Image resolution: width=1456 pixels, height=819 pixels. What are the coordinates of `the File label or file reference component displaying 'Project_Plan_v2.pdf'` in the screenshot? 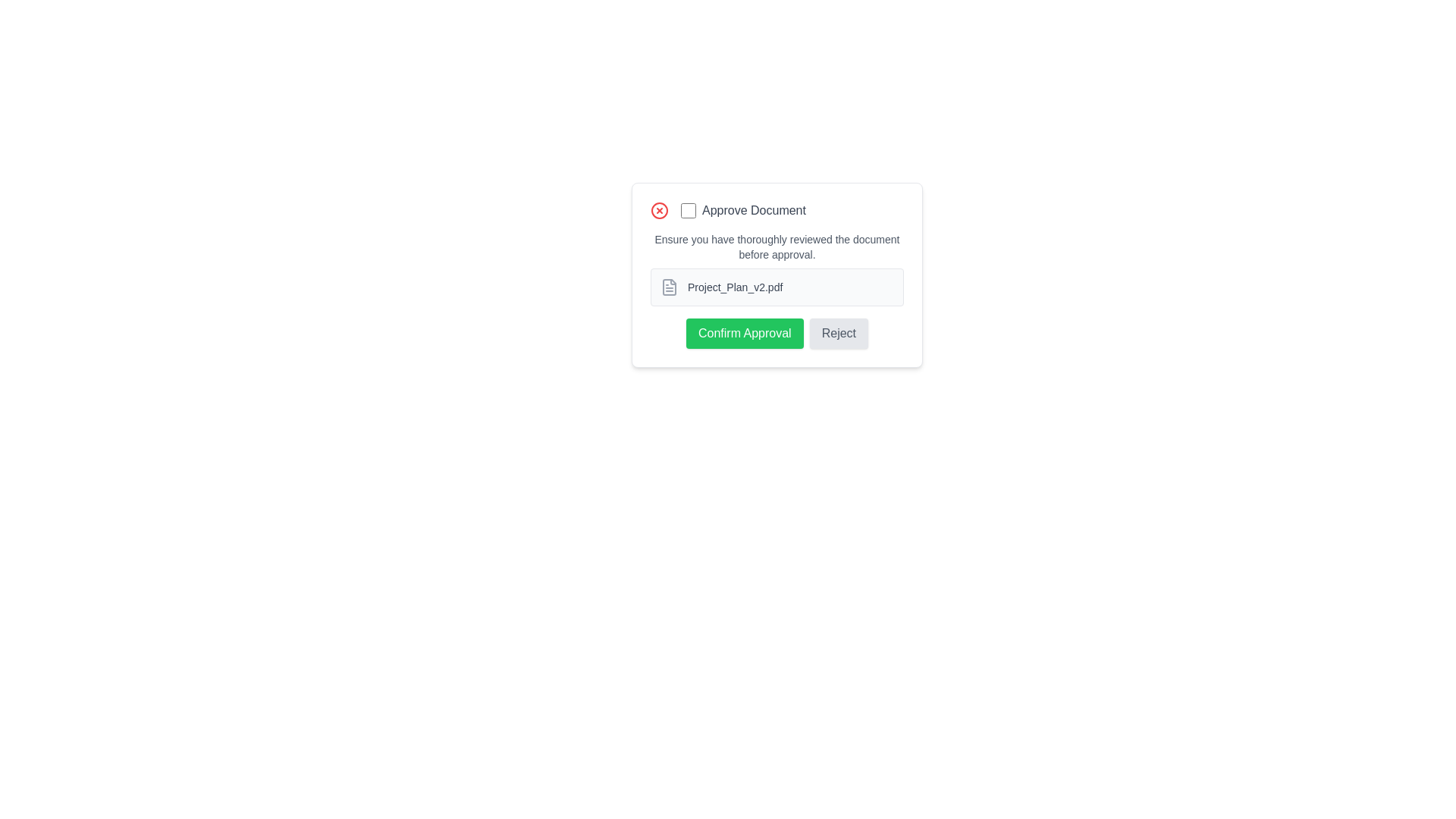 It's located at (777, 287).